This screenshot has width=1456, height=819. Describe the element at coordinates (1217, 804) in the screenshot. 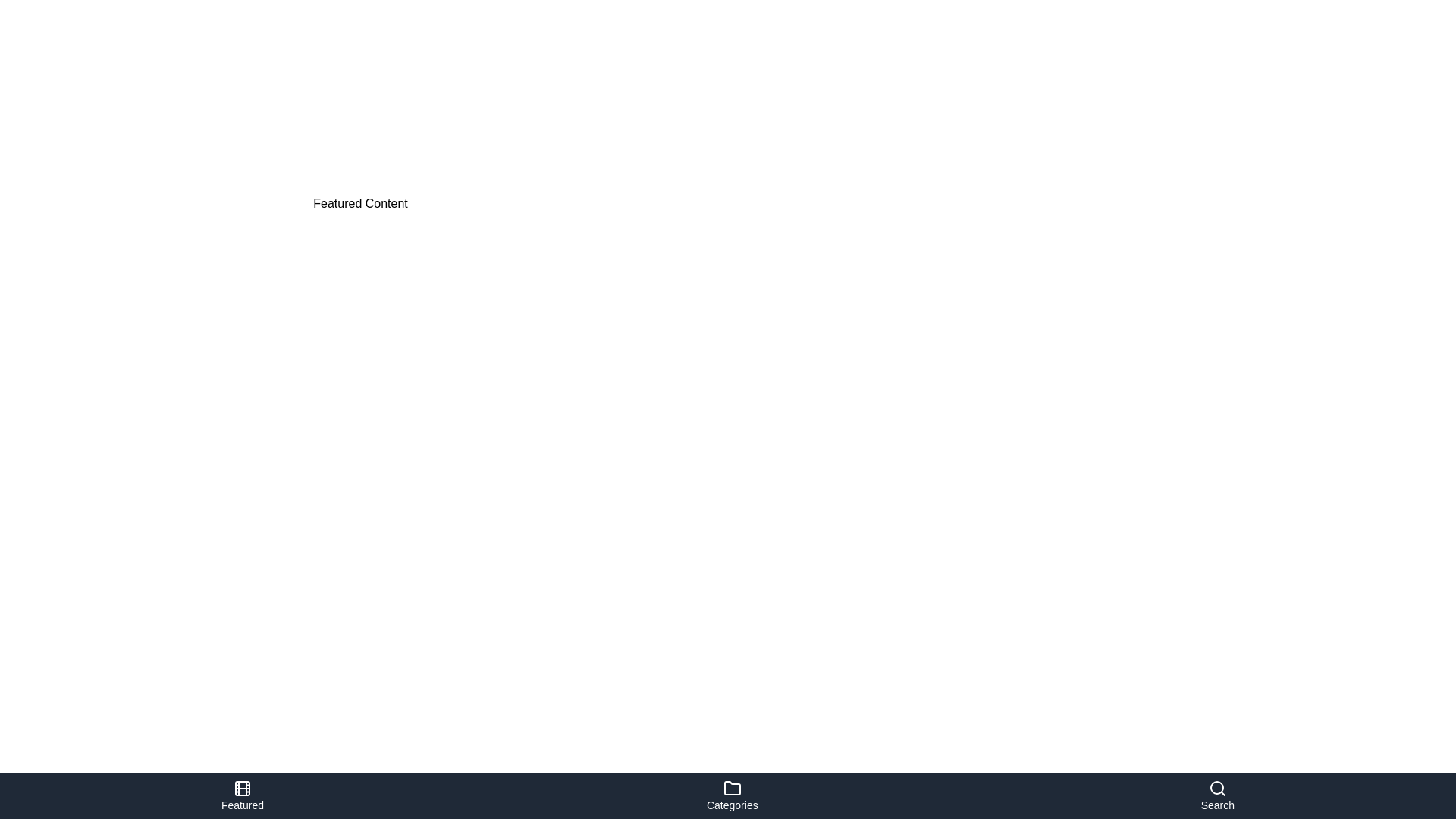

I see `the text label that describes the function of the 'Search' icon located at the bottom navigation bar's far-right corner` at that location.